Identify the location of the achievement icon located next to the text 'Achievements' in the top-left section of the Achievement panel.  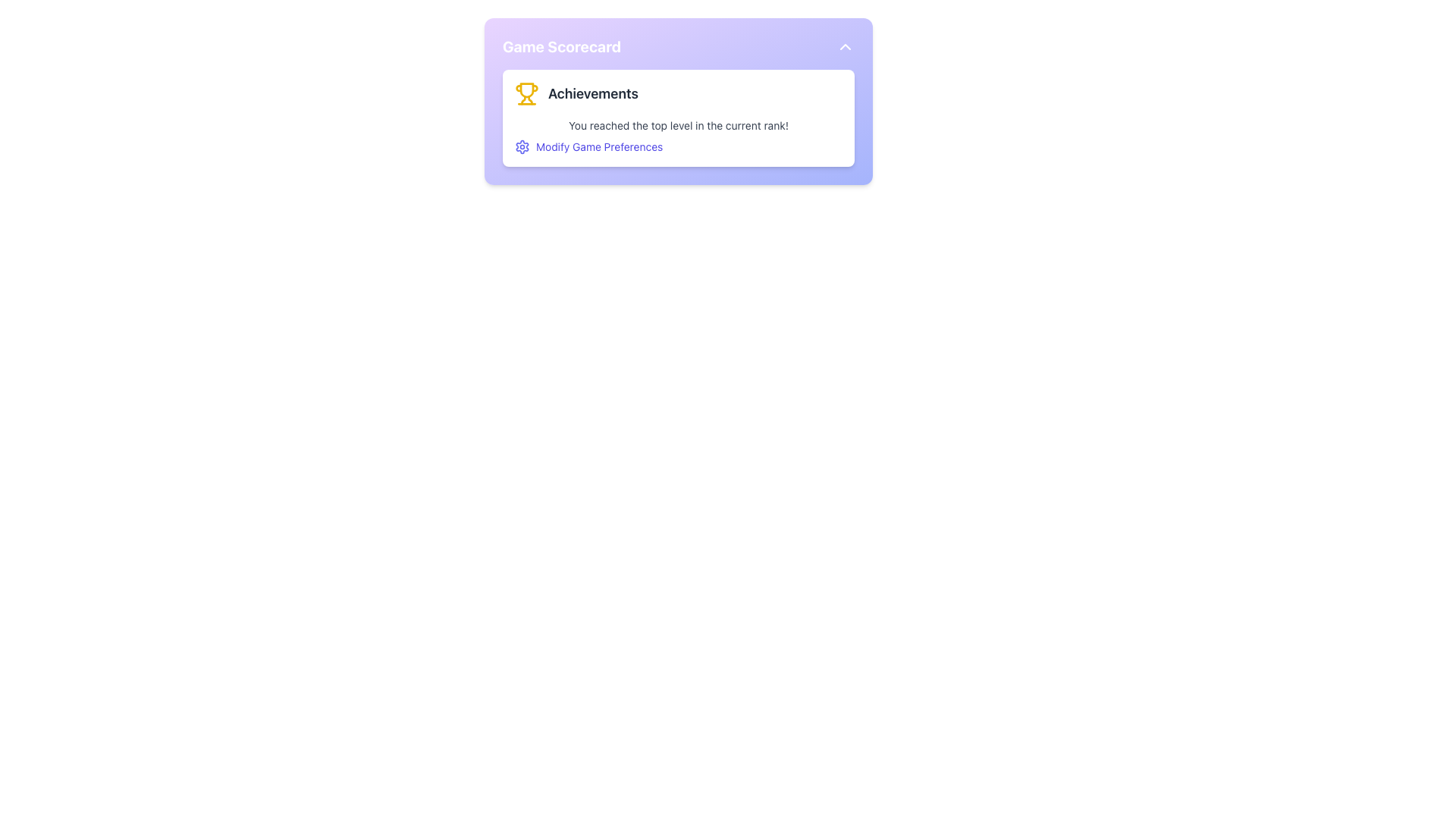
(527, 90).